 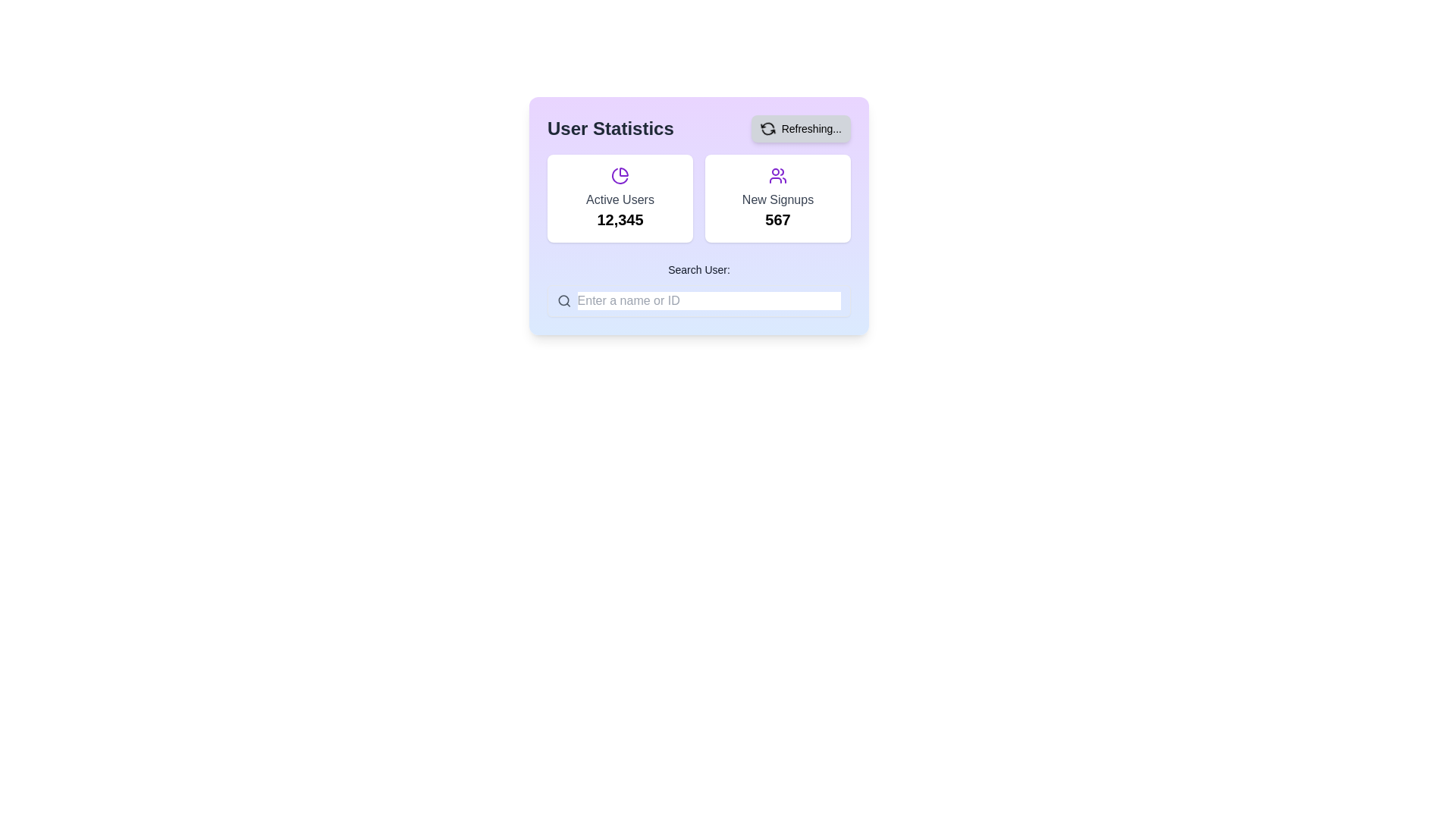 I want to click on the label describing the metric for 'New Signups 567', which is positioned centrally above the bold number '567' and below the user icon, so click(x=778, y=199).